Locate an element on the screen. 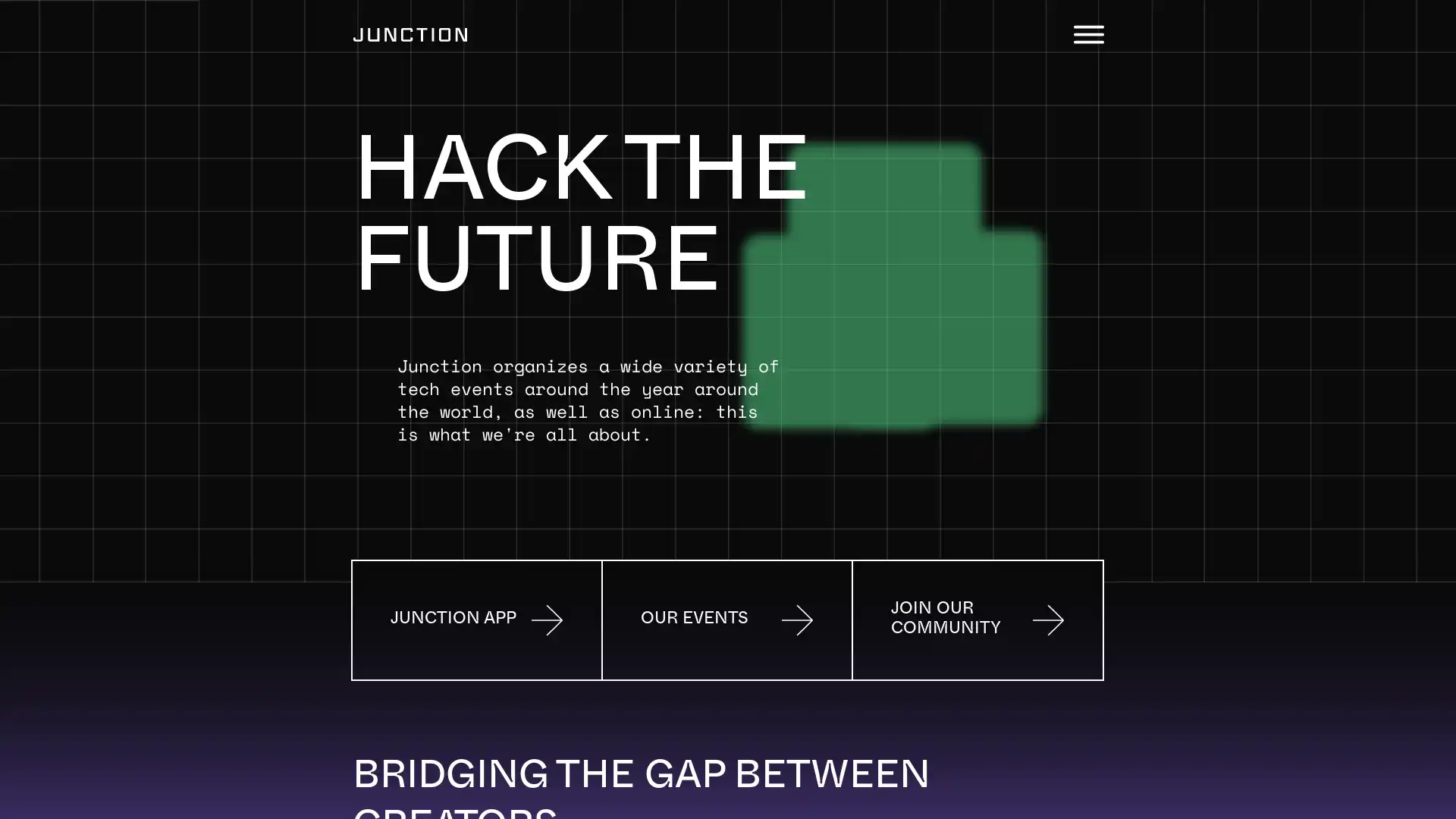 The image size is (1456, 819). Open menu is located at coordinates (1087, 34).